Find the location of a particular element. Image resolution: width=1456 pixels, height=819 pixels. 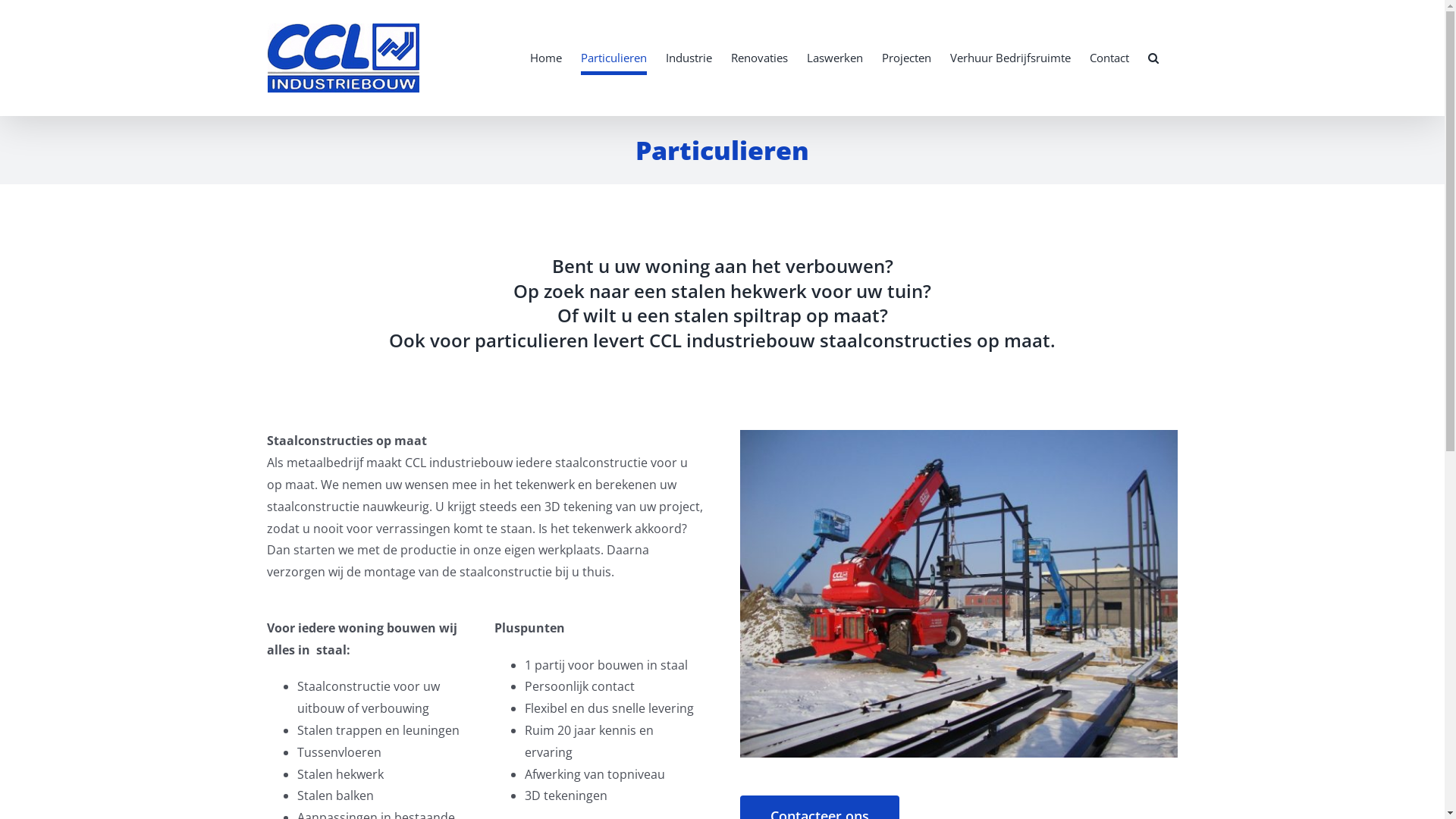

'Renovaties' is located at coordinates (759, 57).